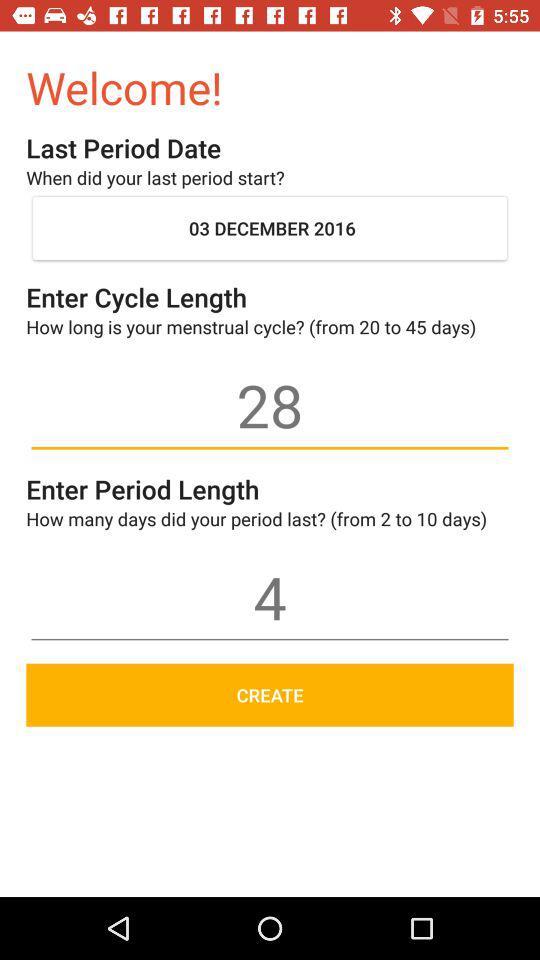  I want to click on icon above create, so click(270, 597).